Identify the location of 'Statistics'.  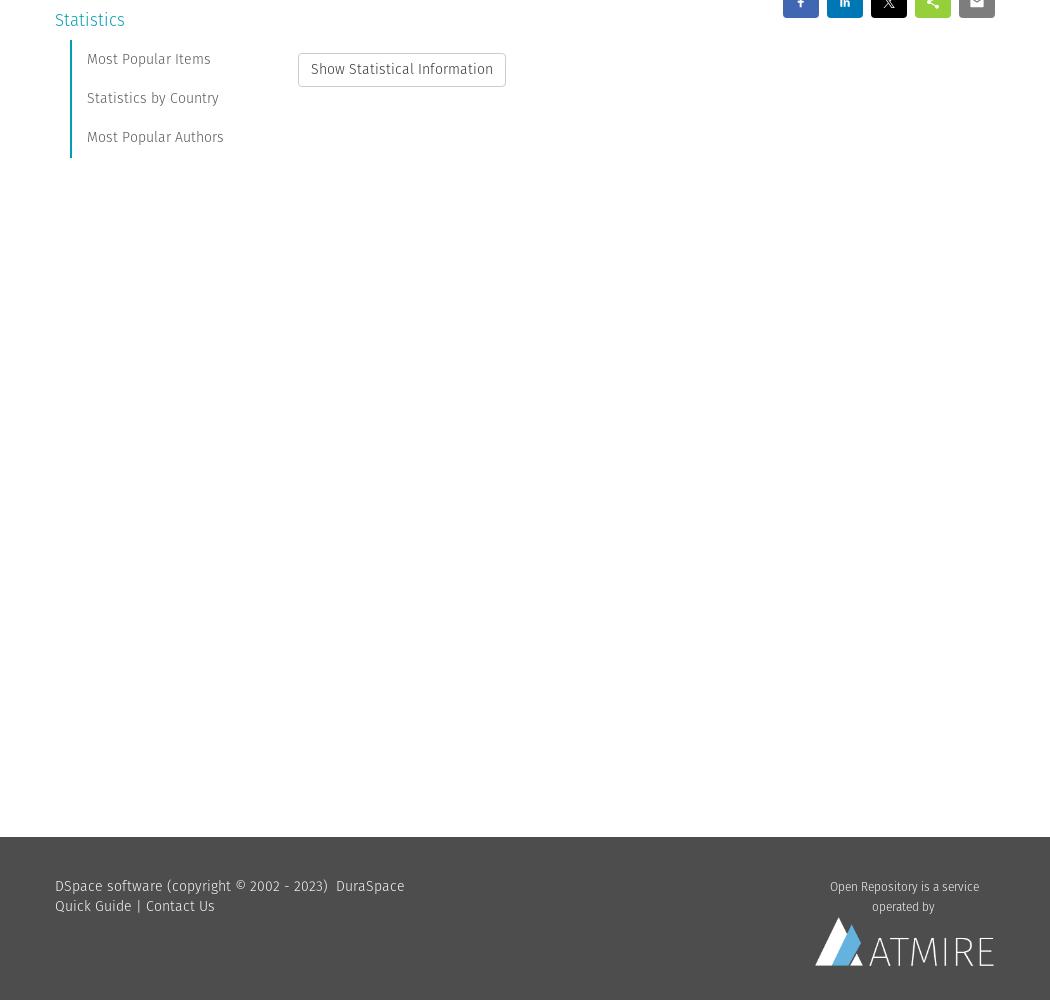
(89, 20).